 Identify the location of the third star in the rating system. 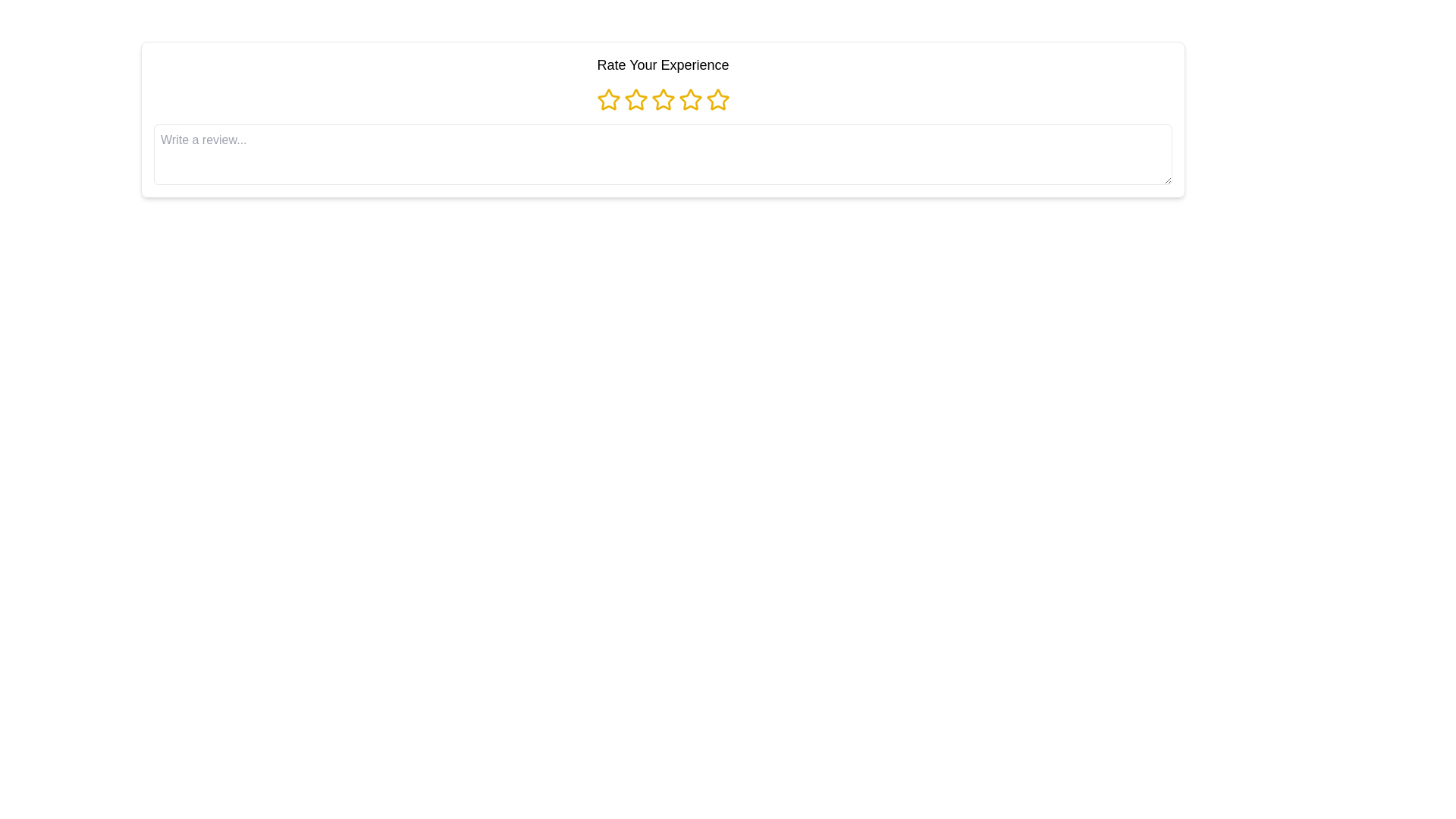
(663, 99).